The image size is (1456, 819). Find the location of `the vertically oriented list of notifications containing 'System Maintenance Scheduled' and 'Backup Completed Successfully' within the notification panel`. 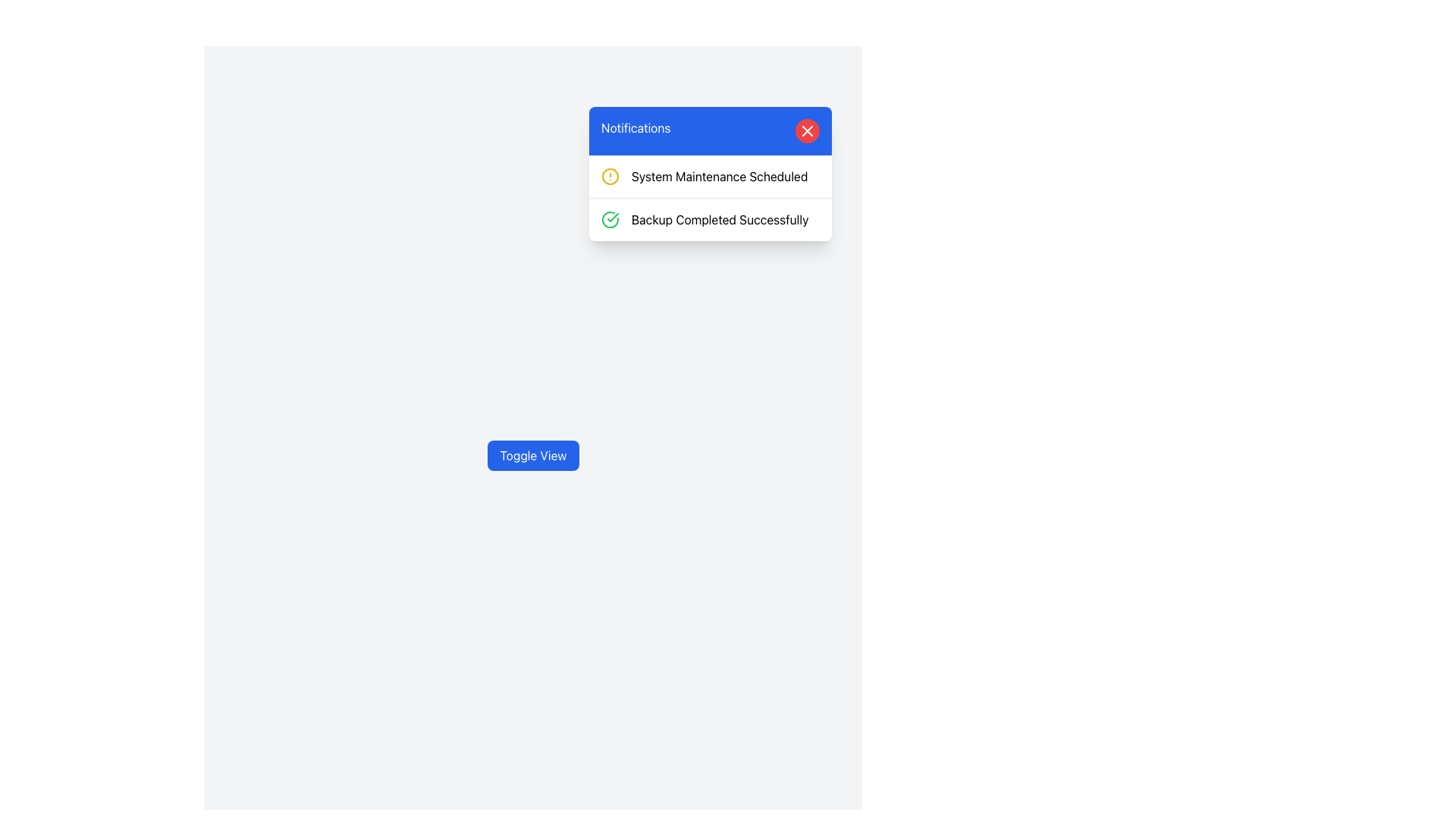

the vertically oriented list of notifications containing 'System Maintenance Scheduled' and 'Backup Completed Successfully' within the notification panel is located at coordinates (709, 197).